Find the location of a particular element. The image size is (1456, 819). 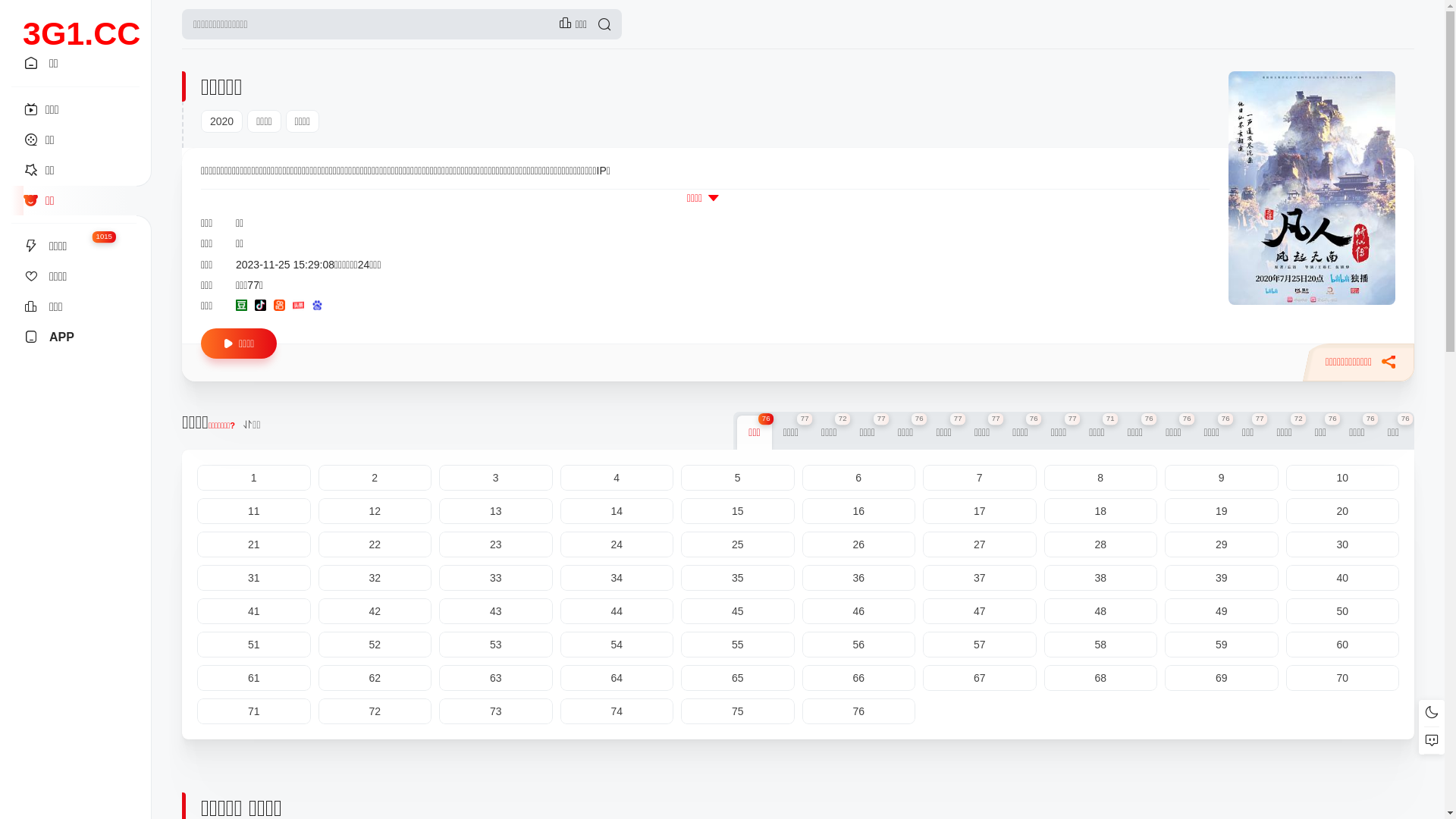

'20' is located at coordinates (1343, 511).